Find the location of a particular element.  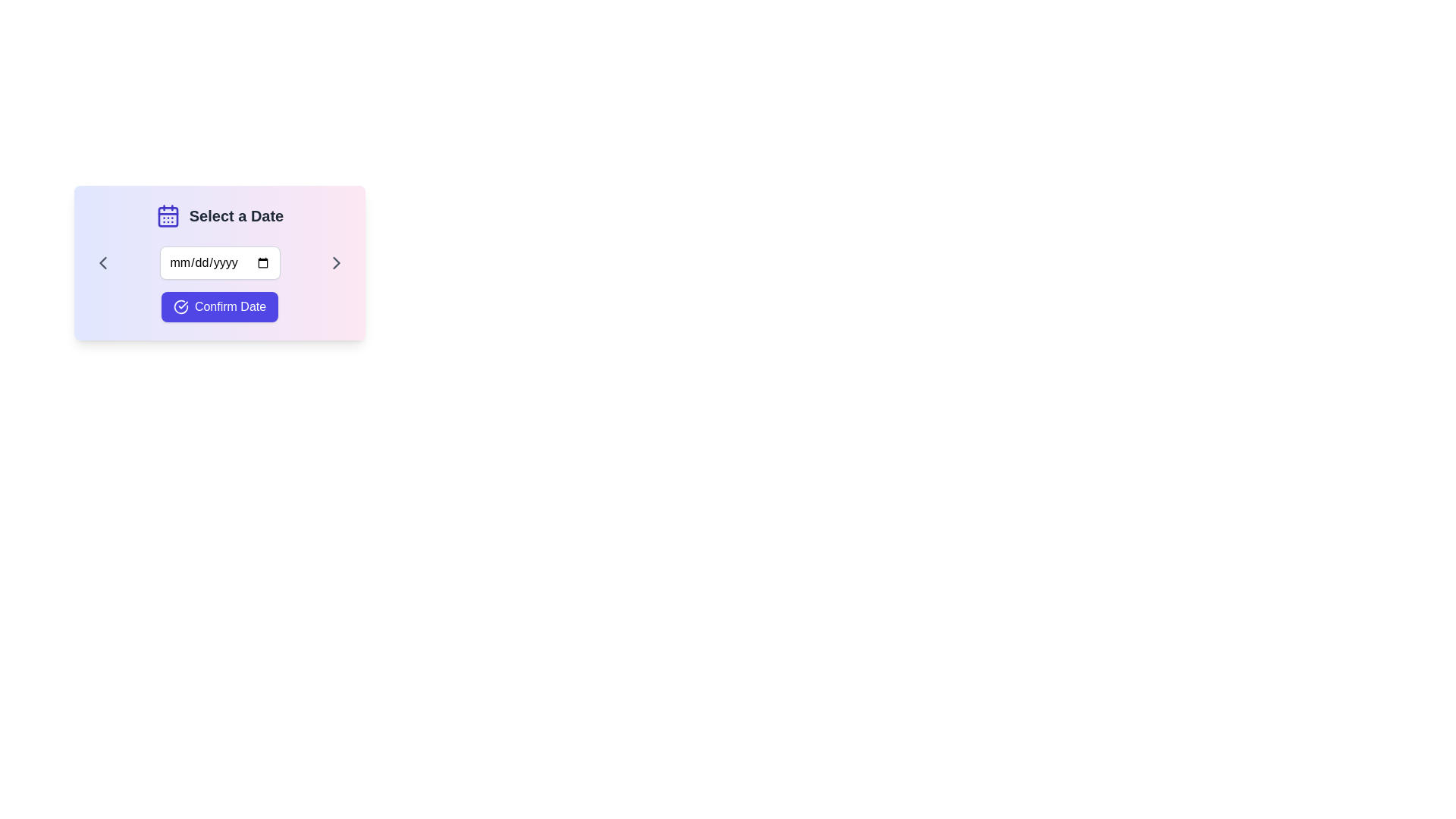

the left-pointing chevron SVG icon located in the selection dialog box, adjacent to the 'Select a Date' text is located at coordinates (102, 262).